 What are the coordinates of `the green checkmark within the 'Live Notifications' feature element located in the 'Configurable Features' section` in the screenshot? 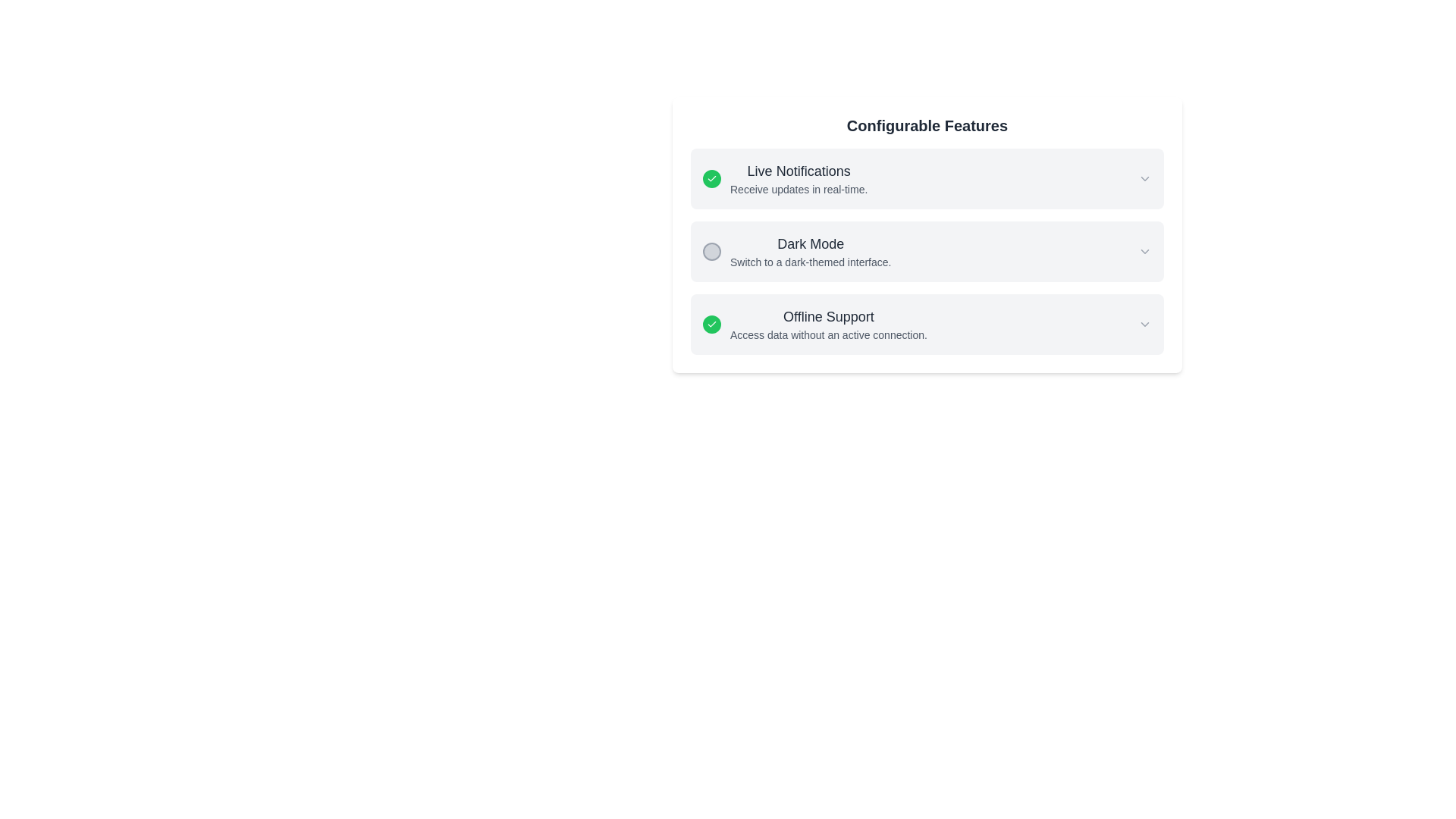 It's located at (927, 177).